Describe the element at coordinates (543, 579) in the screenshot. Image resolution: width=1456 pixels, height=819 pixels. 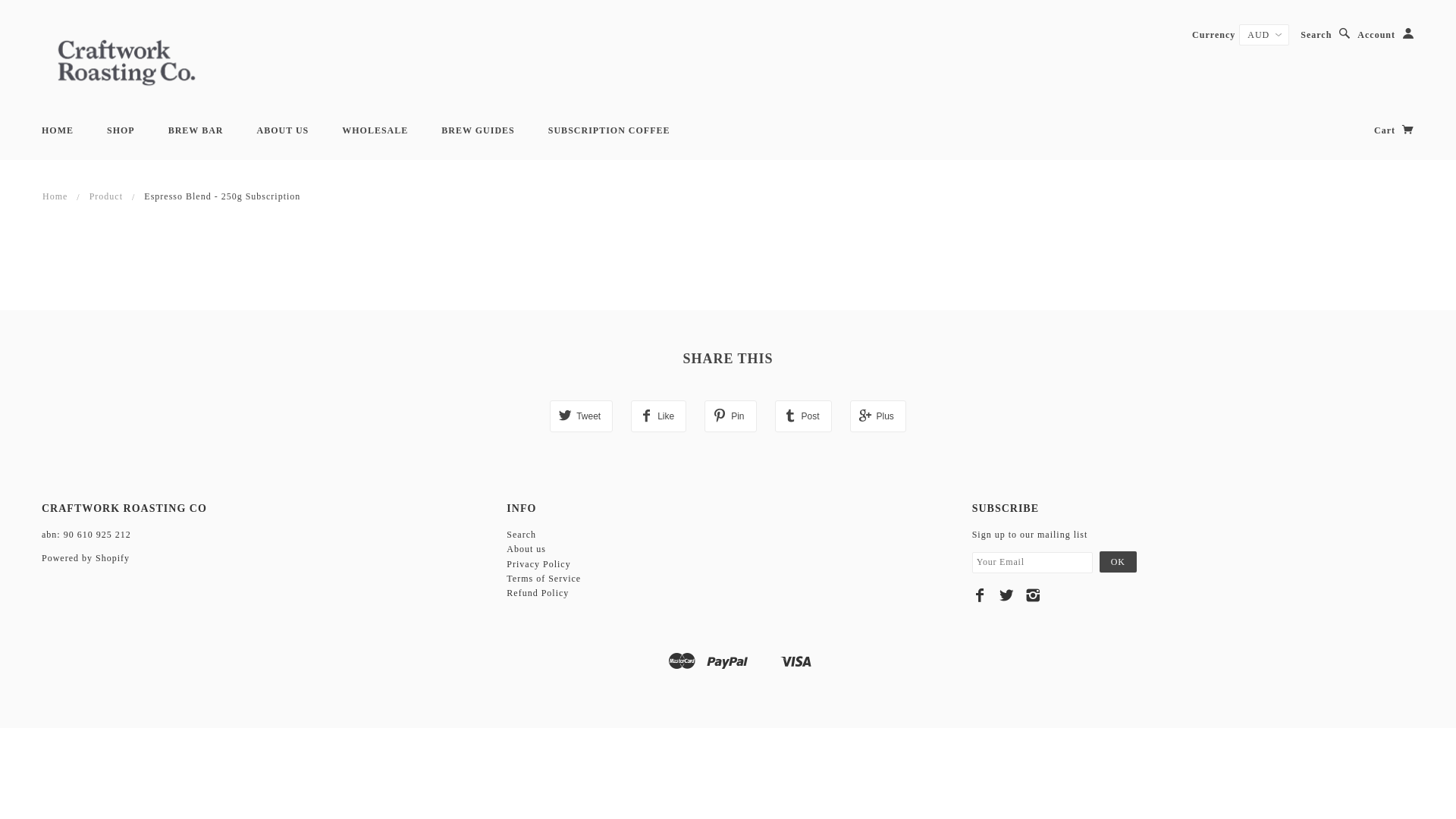
I see `'Terms of Service'` at that location.